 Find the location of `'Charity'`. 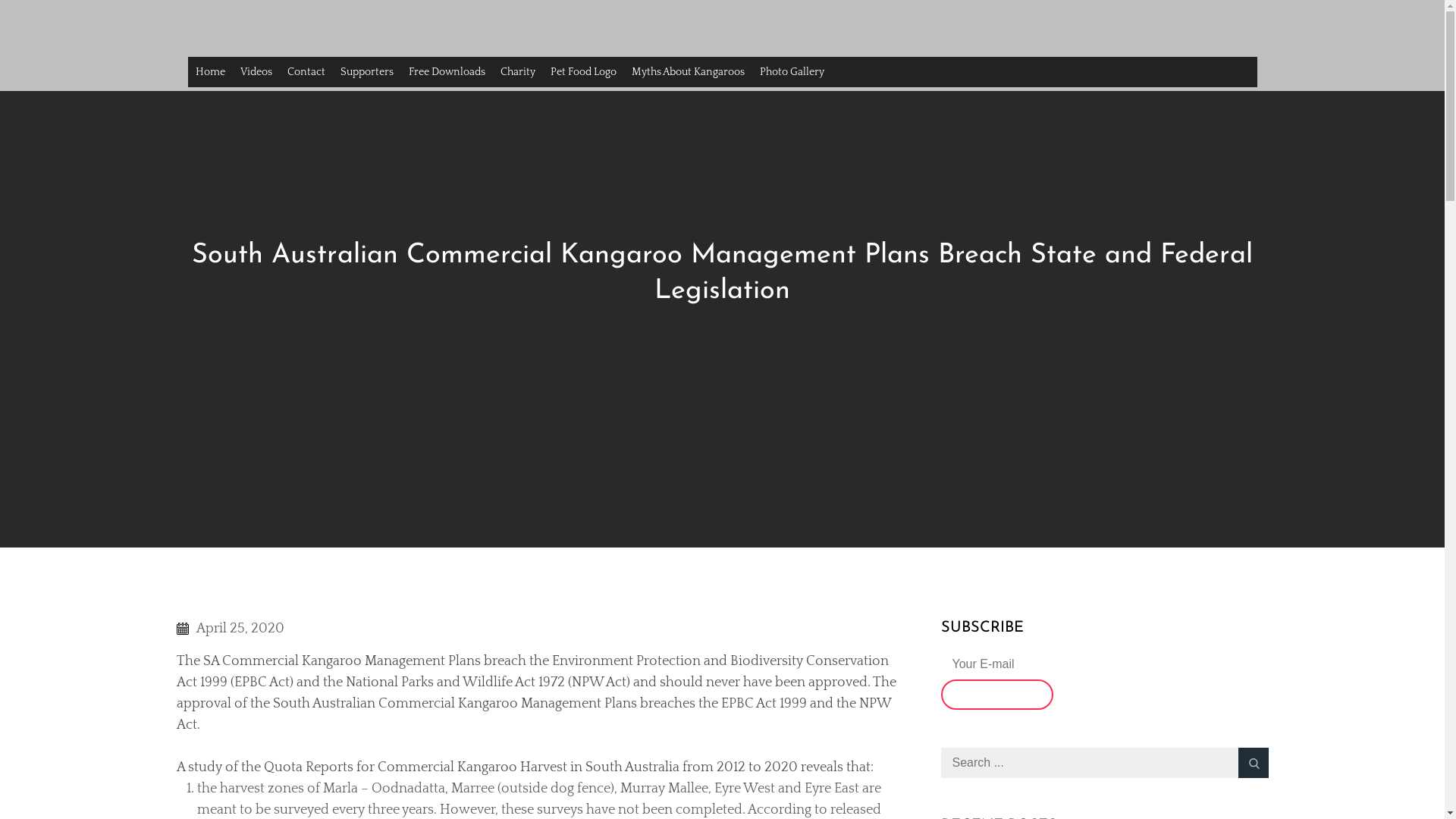

'Charity' is located at coordinates (492, 72).